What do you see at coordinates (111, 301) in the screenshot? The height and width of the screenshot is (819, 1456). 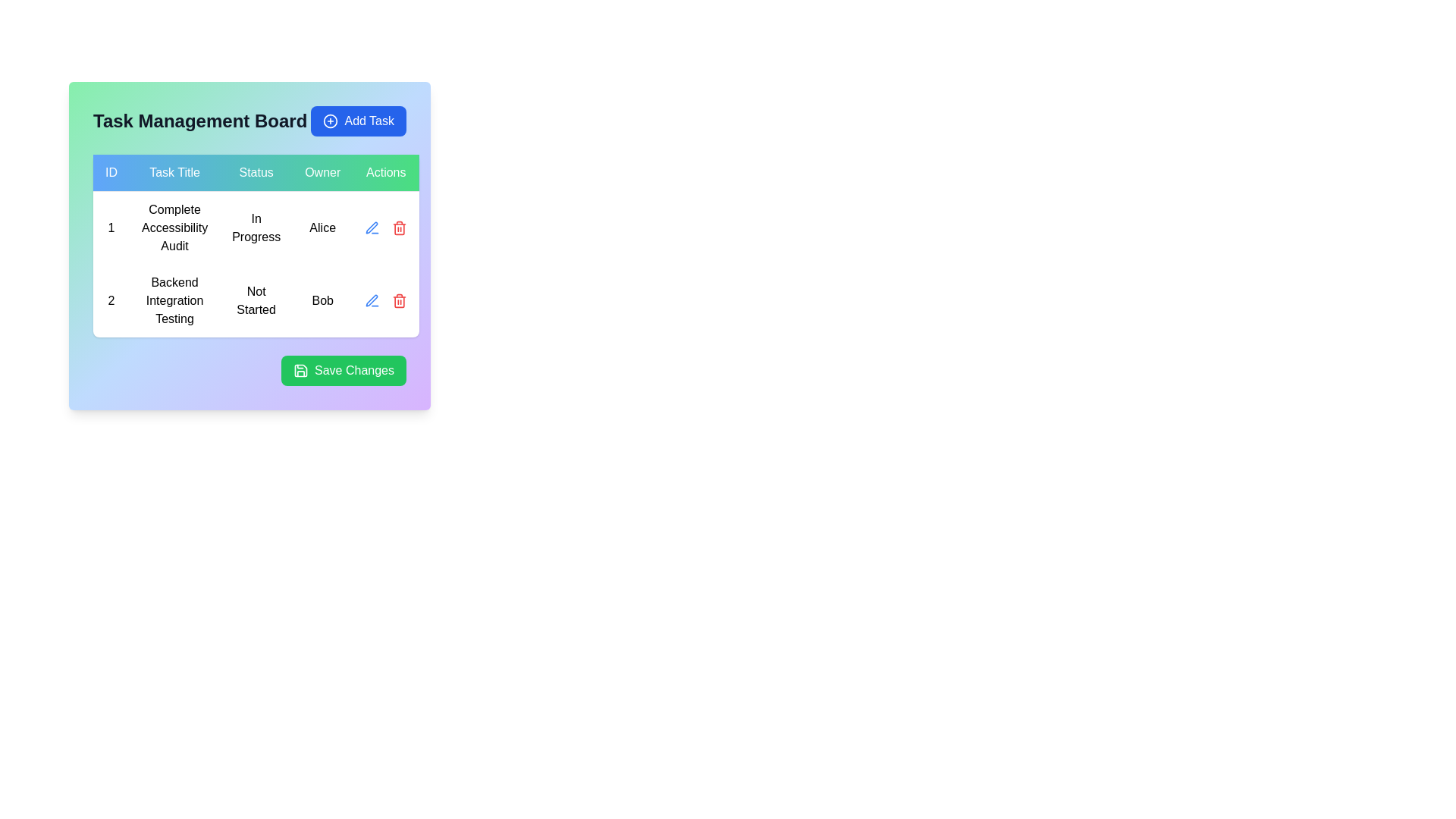 I see `the numeric label displaying the number '2' in the first column of the table, located in the second row beneath the '1'` at bounding box center [111, 301].